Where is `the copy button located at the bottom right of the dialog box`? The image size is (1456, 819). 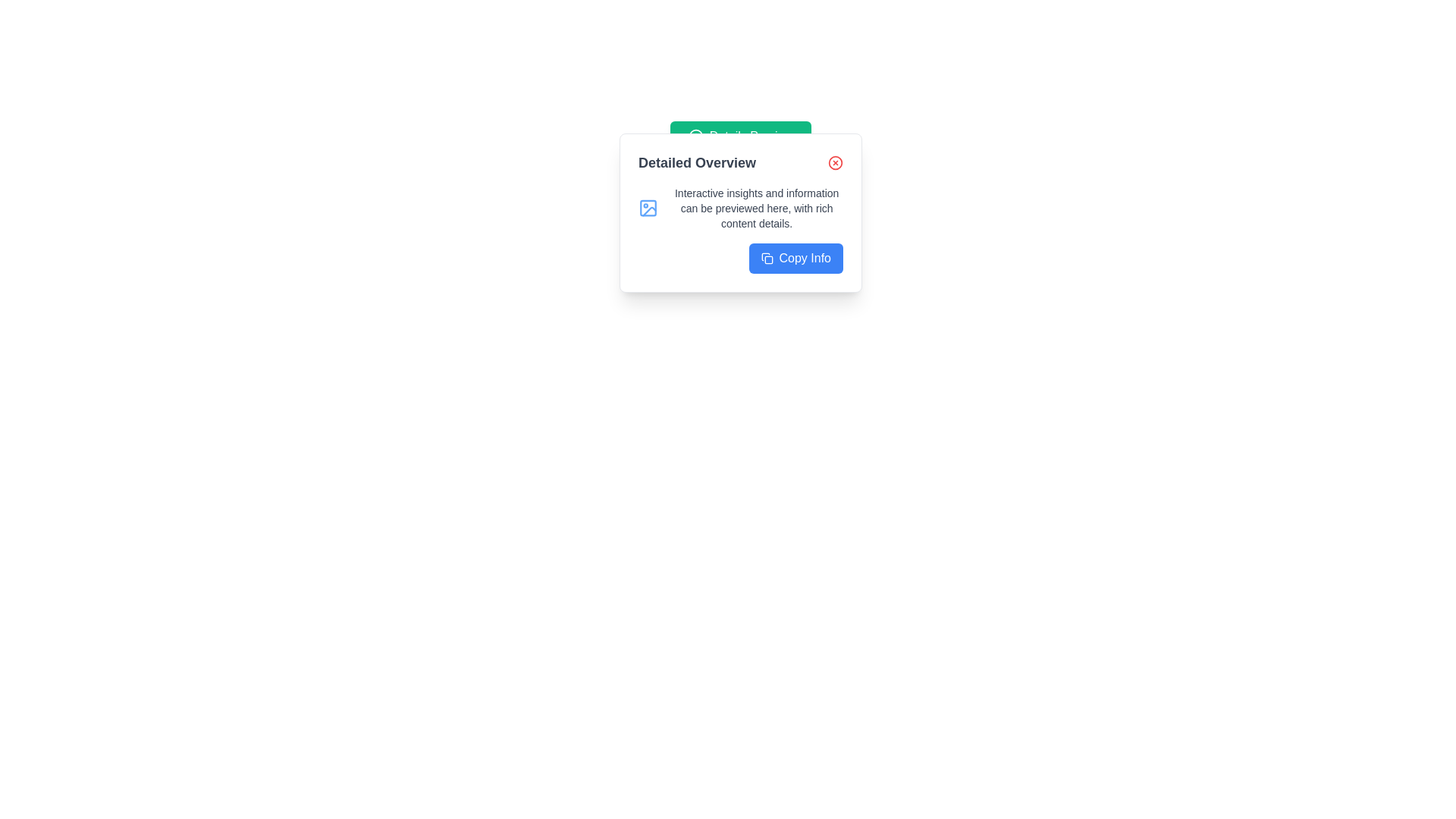 the copy button located at the bottom right of the dialog box is located at coordinates (795, 257).